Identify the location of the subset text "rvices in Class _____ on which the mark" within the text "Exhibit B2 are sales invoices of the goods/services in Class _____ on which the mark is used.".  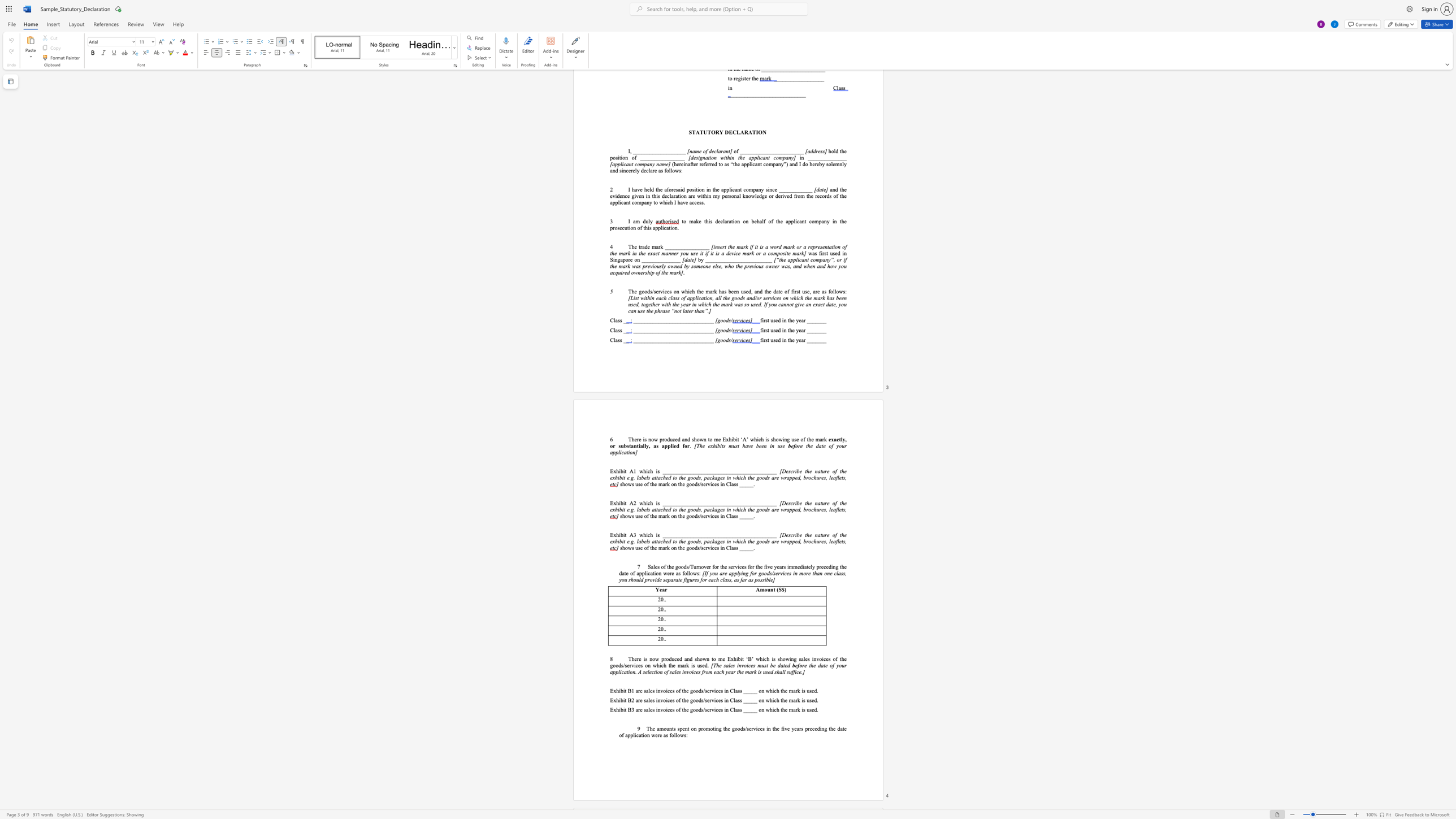
(709, 700).